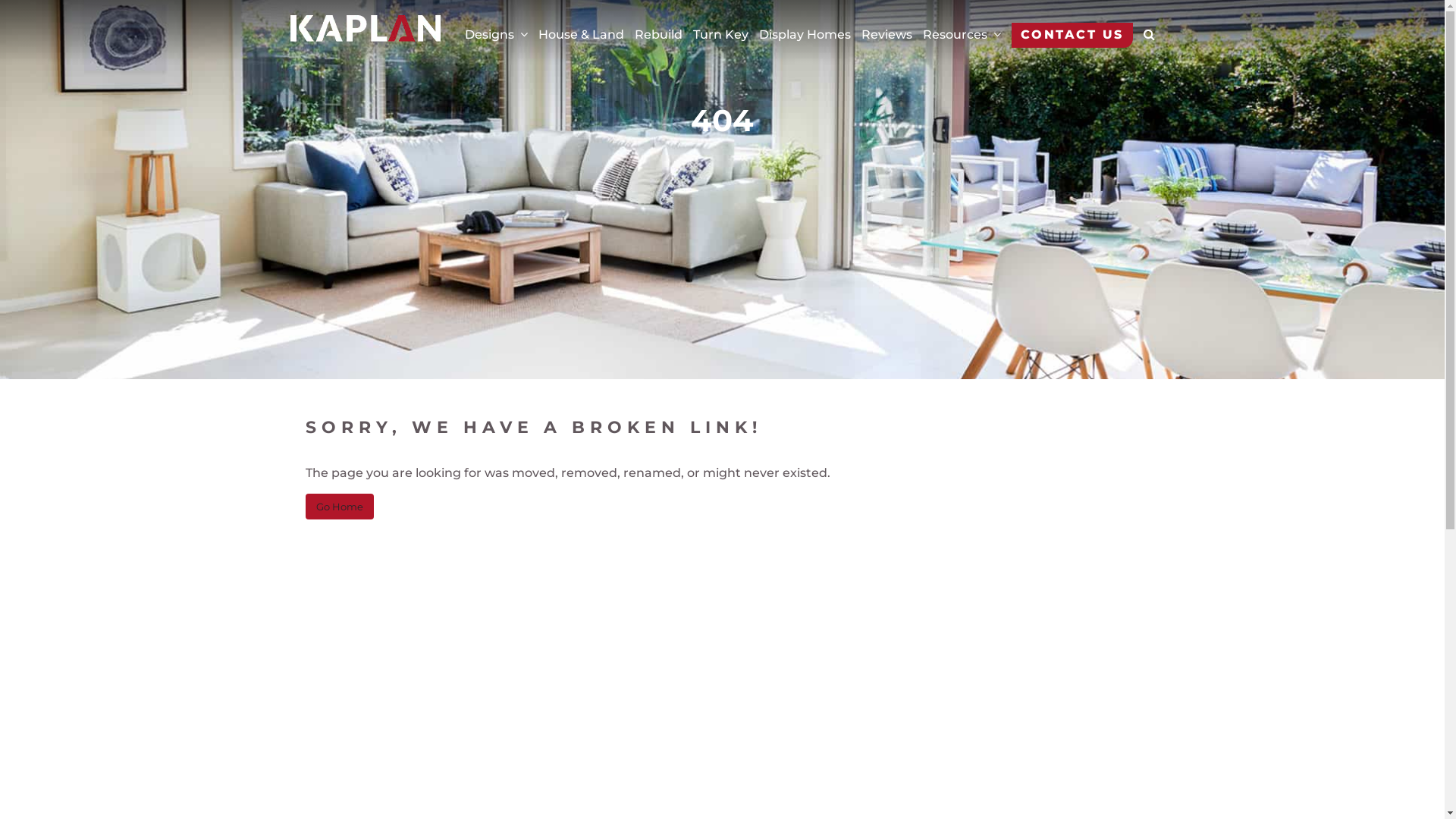 This screenshot has height=819, width=1456. What do you see at coordinates (304, 506) in the screenshot?
I see `'Go Home'` at bounding box center [304, 506].